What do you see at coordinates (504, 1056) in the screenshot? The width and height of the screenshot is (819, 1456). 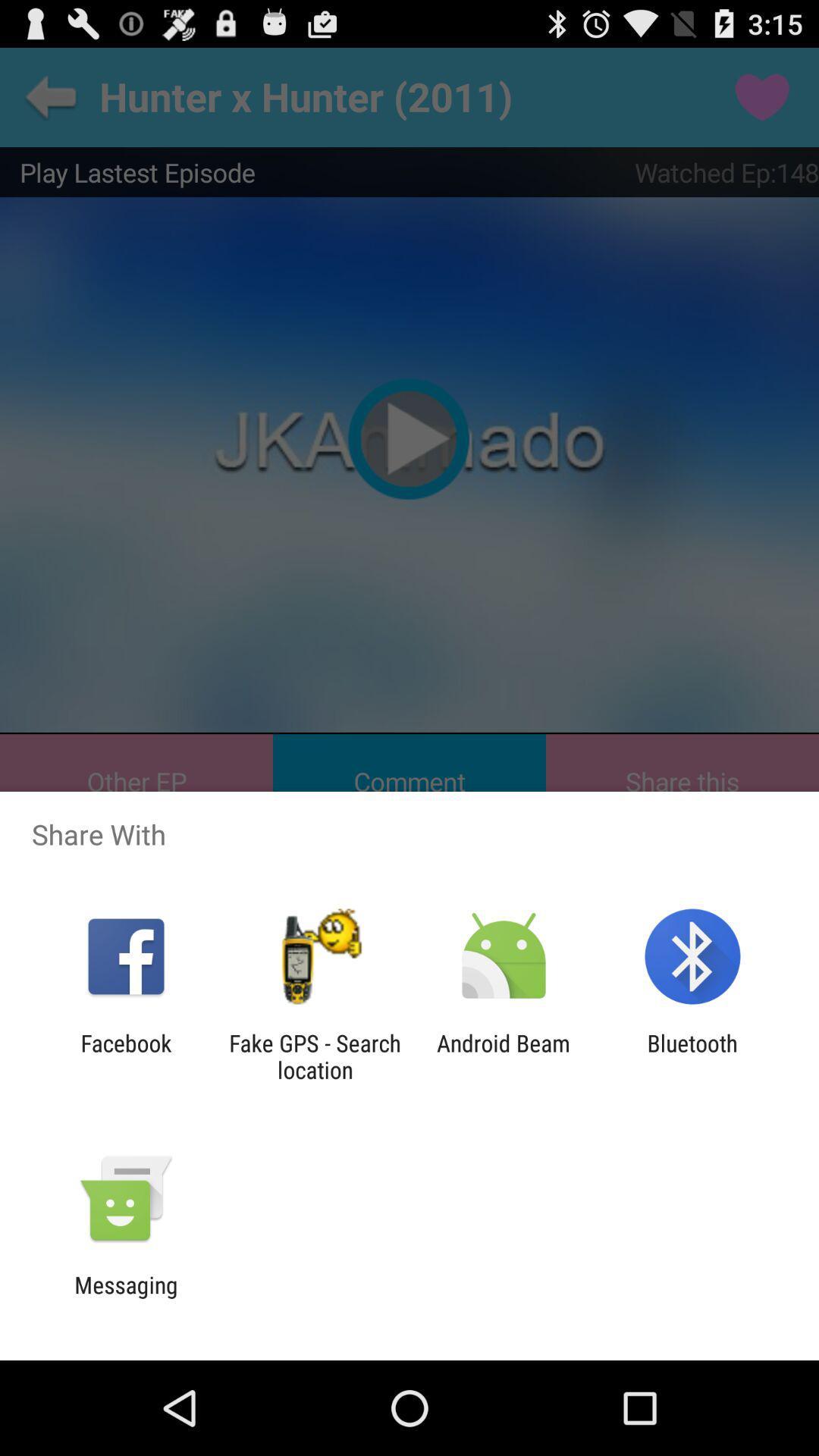 I see `the app to the right of the fake gps search` at bounding box center [504, 1056].